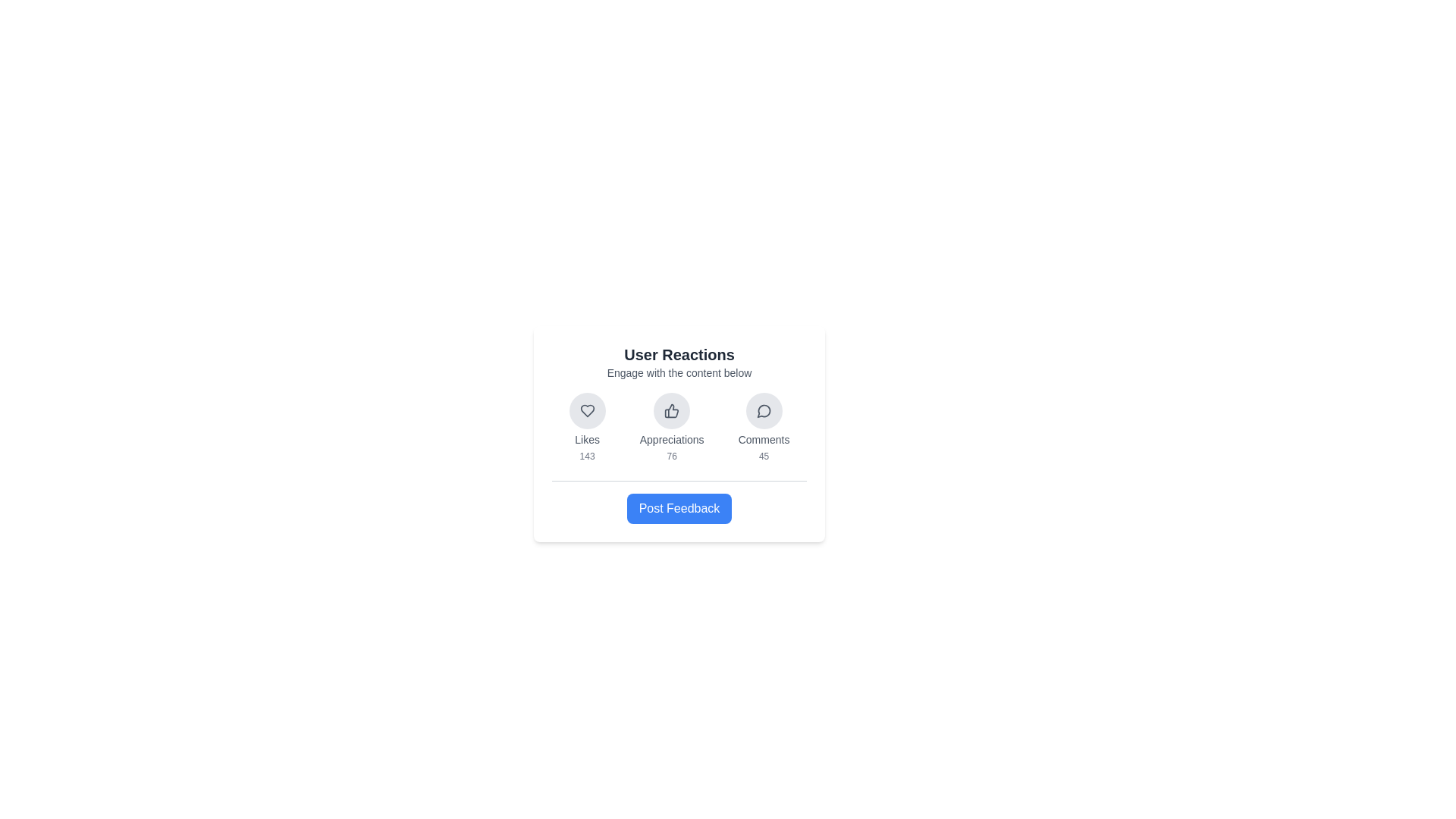 This screenshot has height=819, width=1456. I want to click on the 'Comments' text label, which displays the text in gray and is positioned at the bottom of a vertical stack of elements, part of the 'Comments' interaction section, so click(764, 439).